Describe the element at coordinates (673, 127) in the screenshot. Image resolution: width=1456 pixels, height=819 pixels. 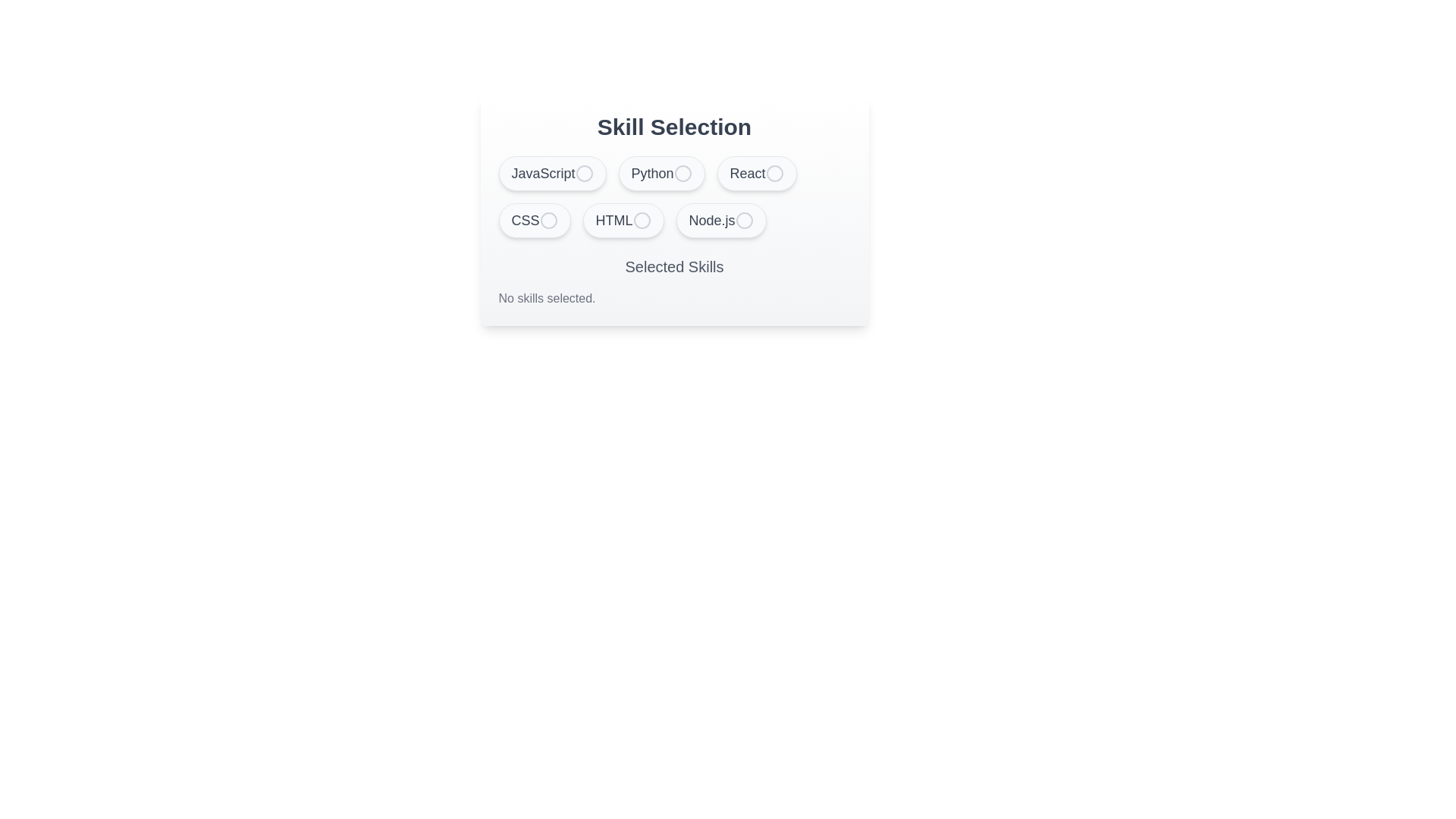
I see `the text header located at the top of the card that indicates the purpose of the skill selection interface` at that location.